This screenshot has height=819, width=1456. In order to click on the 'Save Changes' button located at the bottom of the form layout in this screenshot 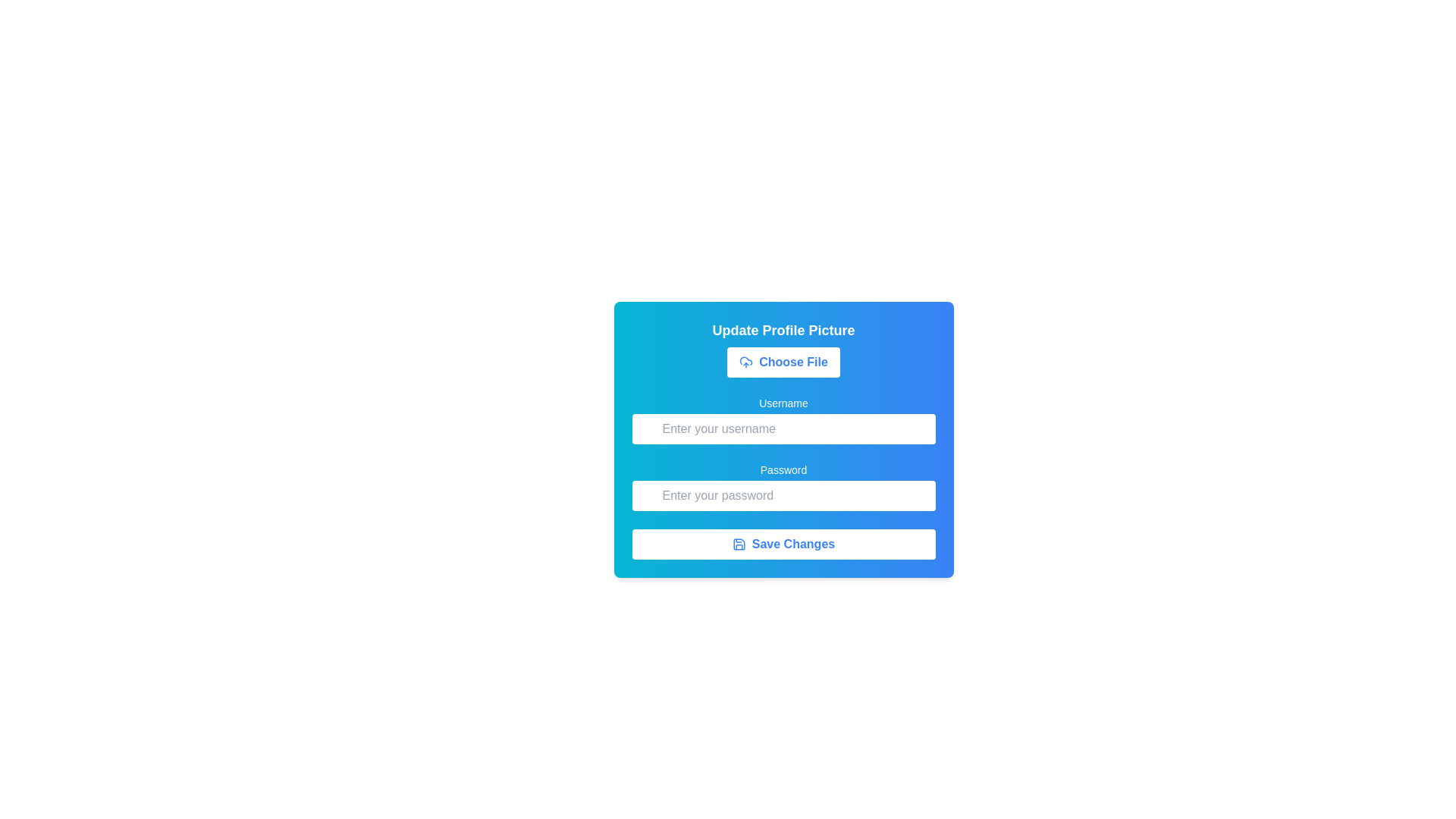, I will do `click(783, 543)`.